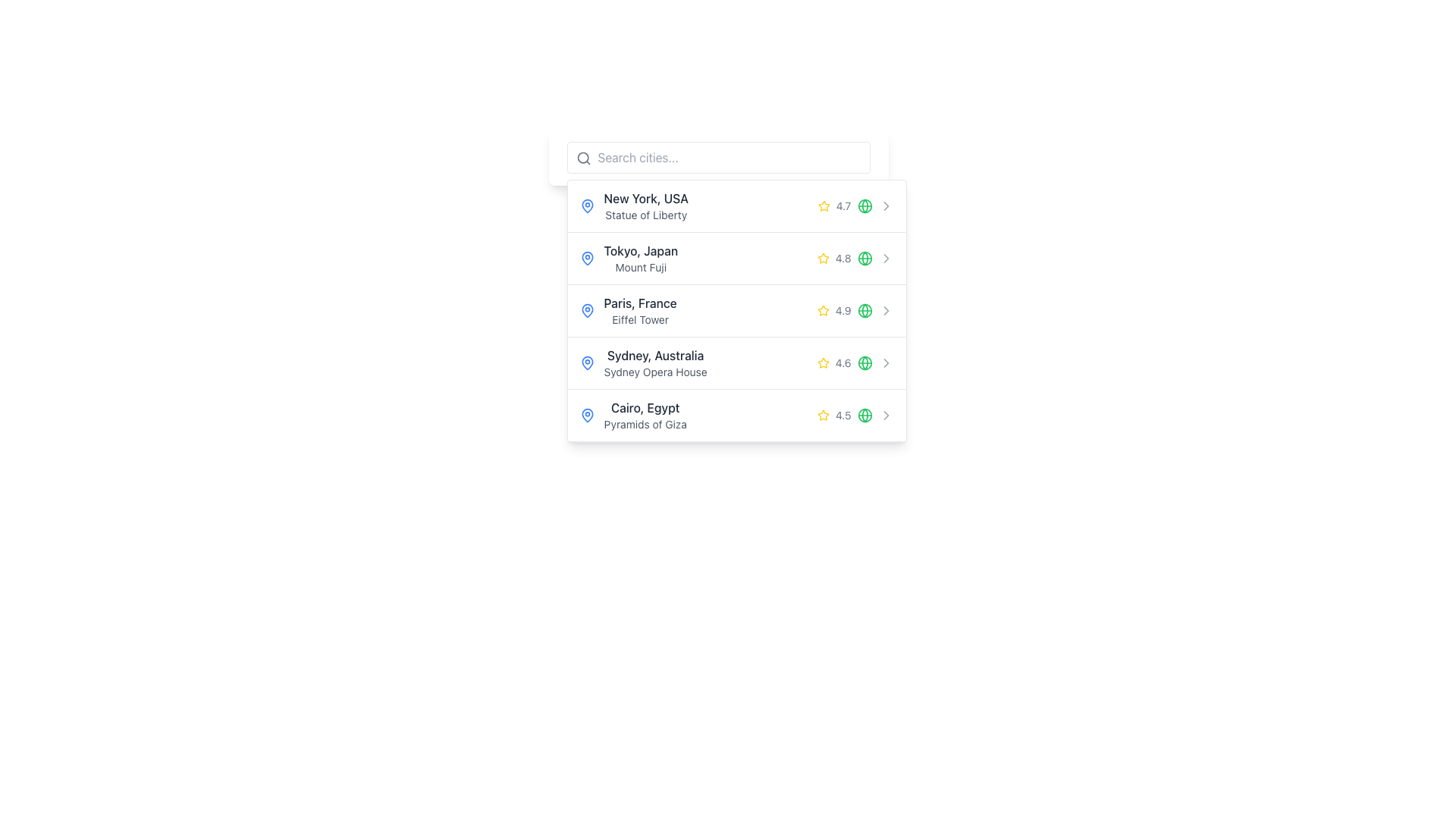 The image size is (1456, 819). I want to click on the inner circular component of the globe icon located to the right of the row containing 'Tokyo, Japan (Mount Fuji)', so click(864, 257).